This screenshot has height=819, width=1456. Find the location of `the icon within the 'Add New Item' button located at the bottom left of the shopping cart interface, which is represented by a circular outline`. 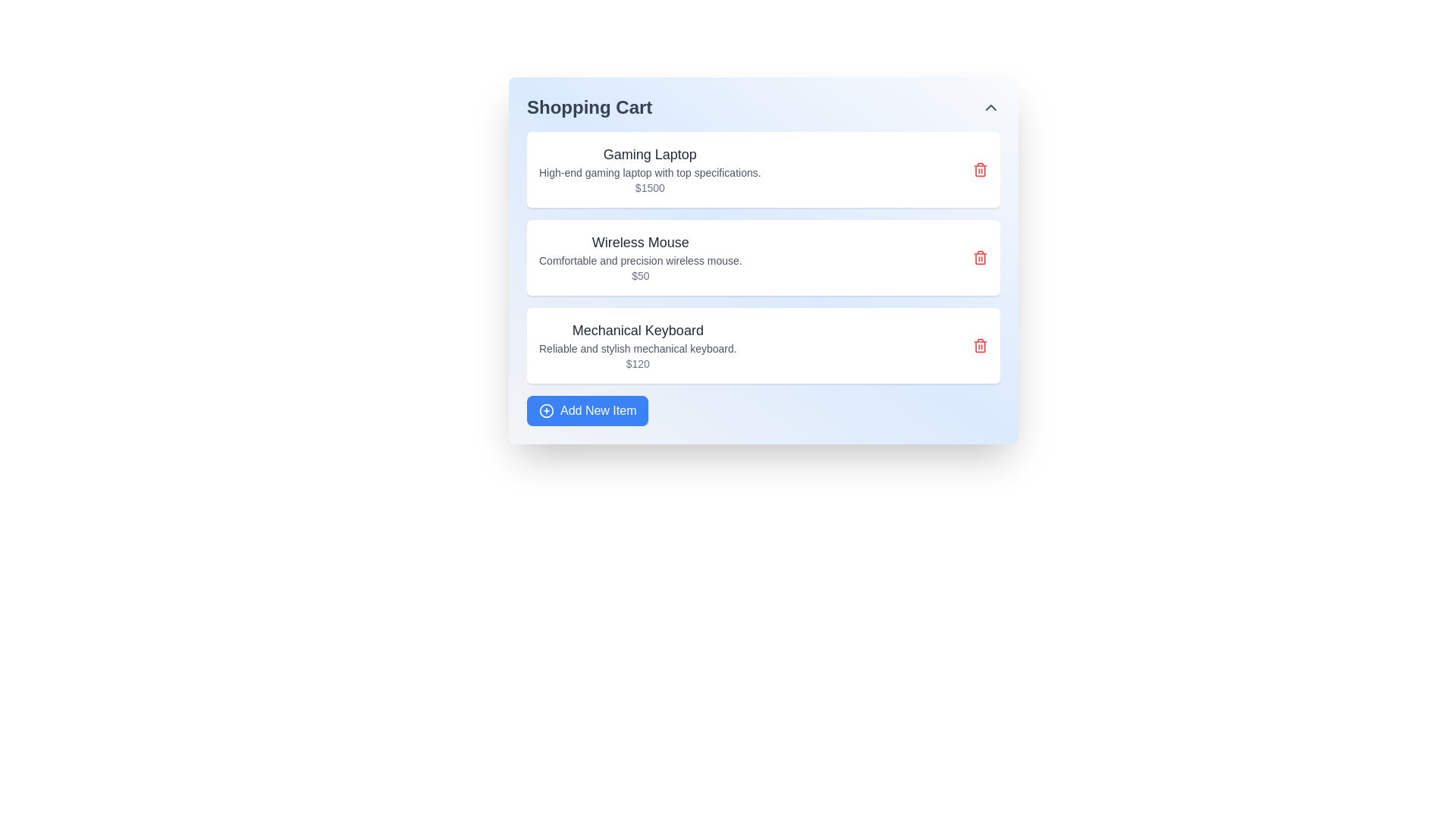

the icon within the 'Add New Item' button located at the bottom left of the shopping cart interface, which is represented by a circular outline is located at coordinates (546, 411).